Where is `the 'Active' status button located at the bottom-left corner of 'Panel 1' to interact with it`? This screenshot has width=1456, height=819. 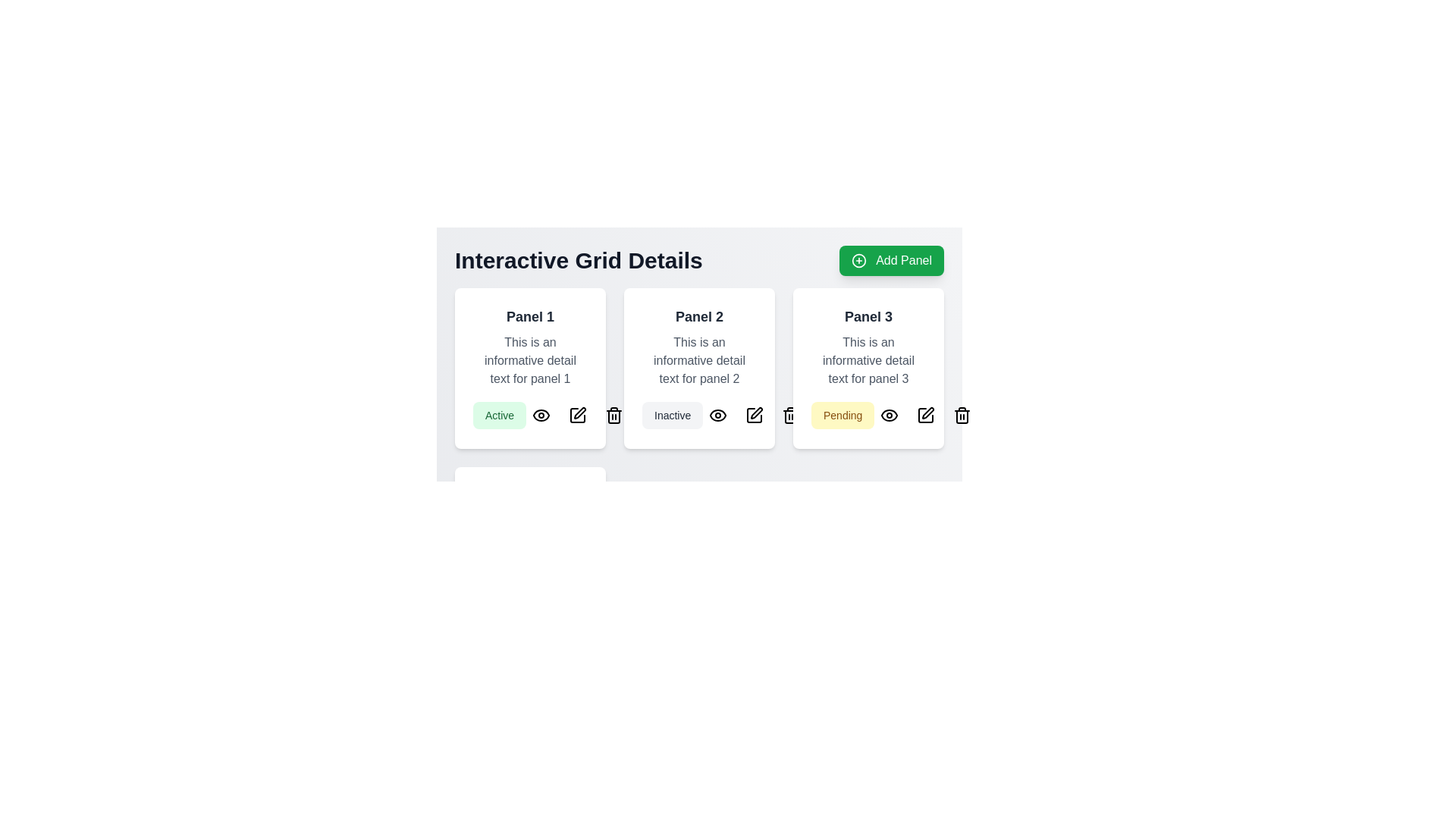
the 'Active' status button located at the bottom-left corner of 'Panel 1' to interact with it is located at coordinates (530, 415).